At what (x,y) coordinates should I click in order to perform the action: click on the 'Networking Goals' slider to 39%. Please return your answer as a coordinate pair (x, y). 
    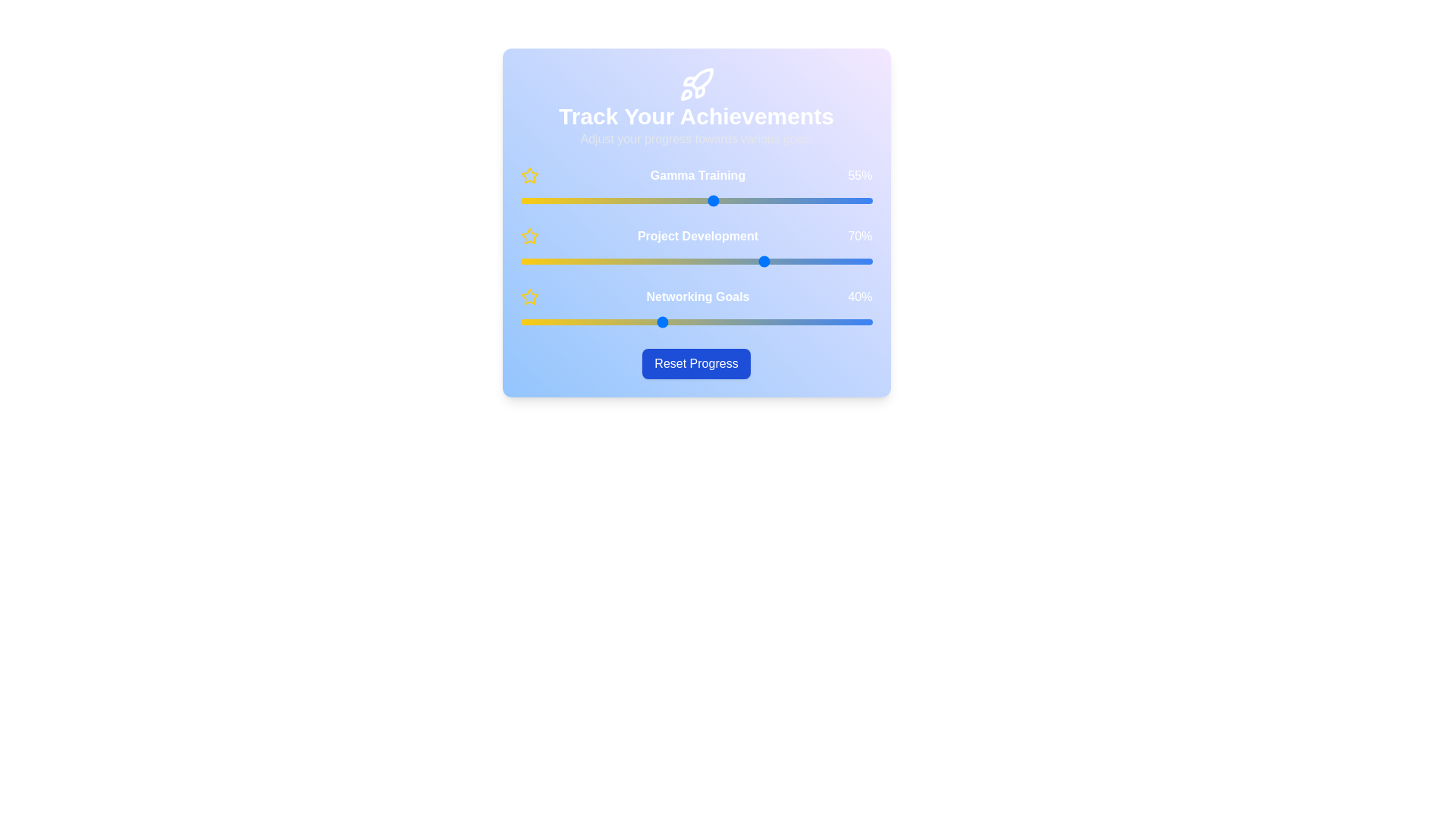
    Looking at the image, I should click on (657, 321).